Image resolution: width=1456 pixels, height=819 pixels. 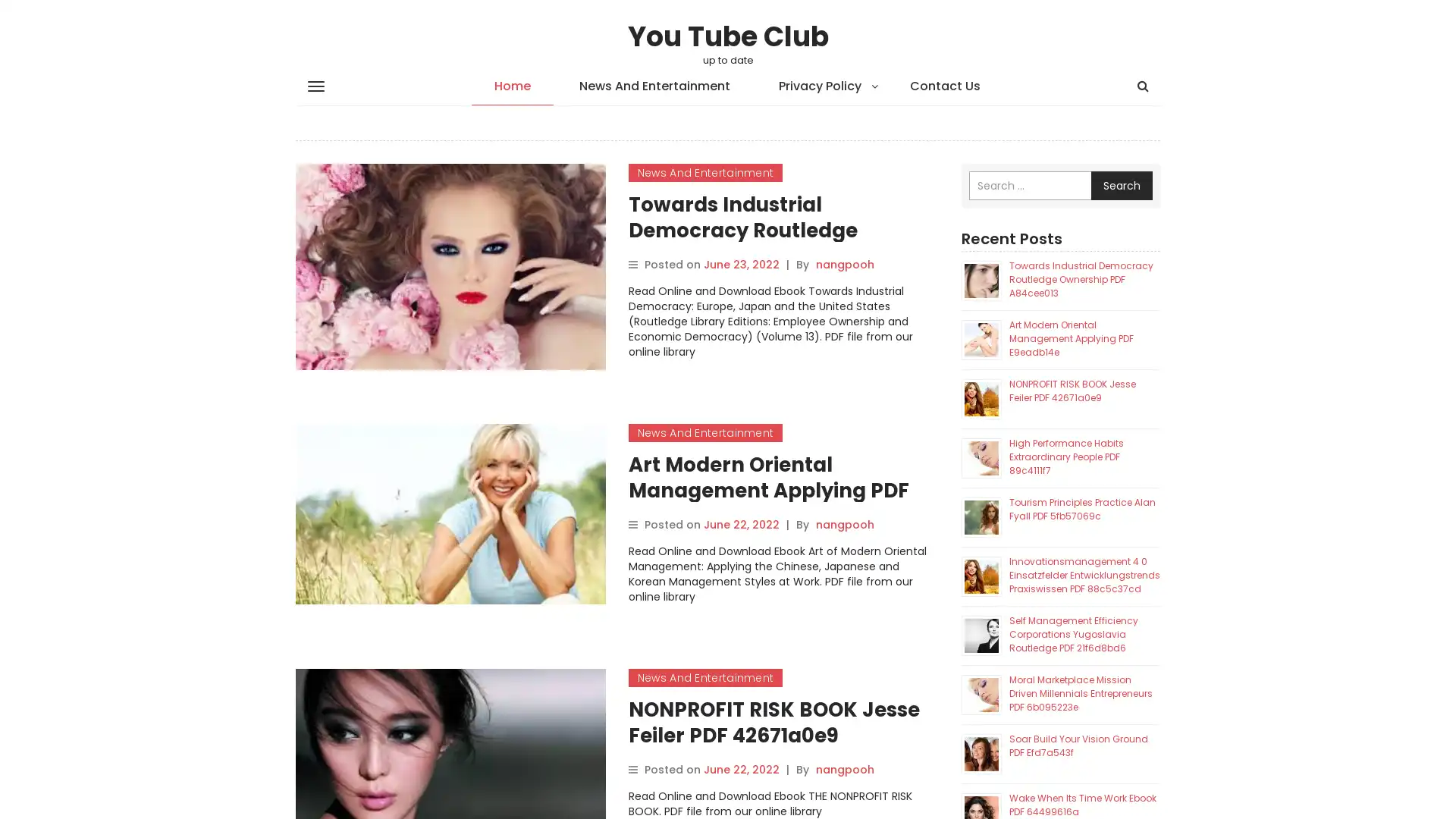 What do you see at coordinates (1122, 185) in the screenshot?
I see `Search` at bounding box center [1122, 185].